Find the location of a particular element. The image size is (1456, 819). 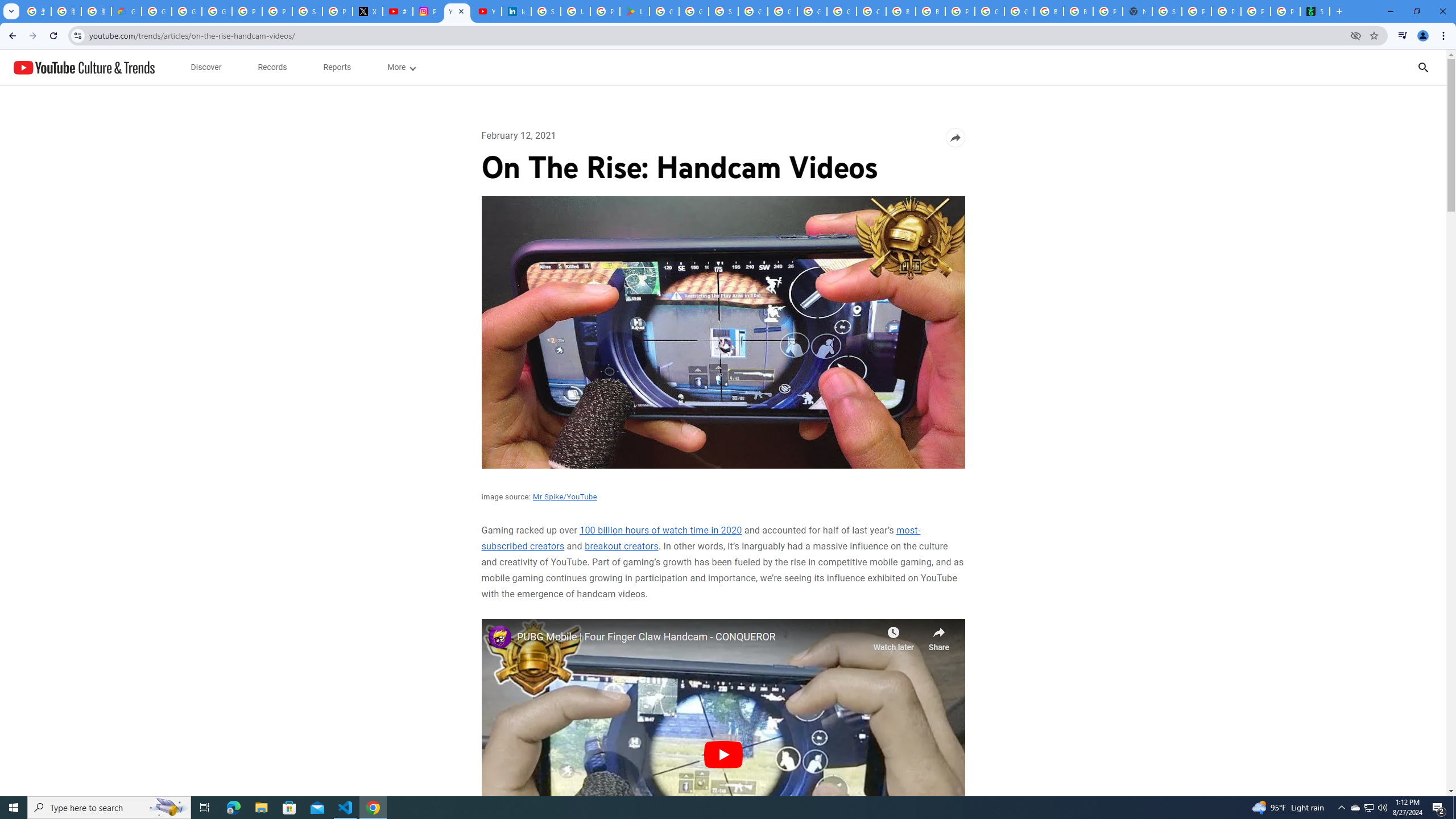

'breakout creators' is located at coordinates (621, 546).